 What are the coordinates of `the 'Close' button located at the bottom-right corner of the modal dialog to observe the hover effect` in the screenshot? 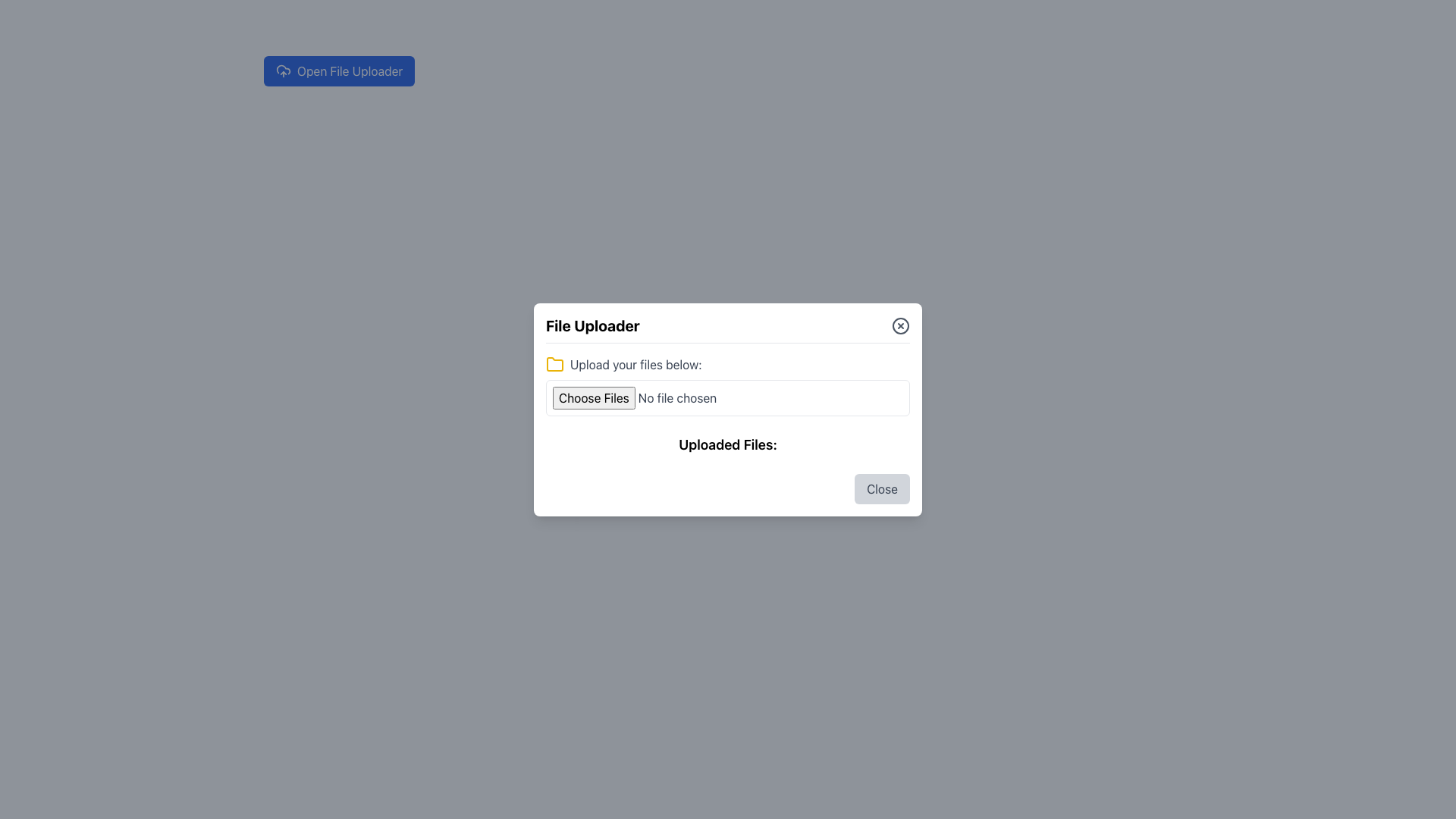 It's located at (882, 488).